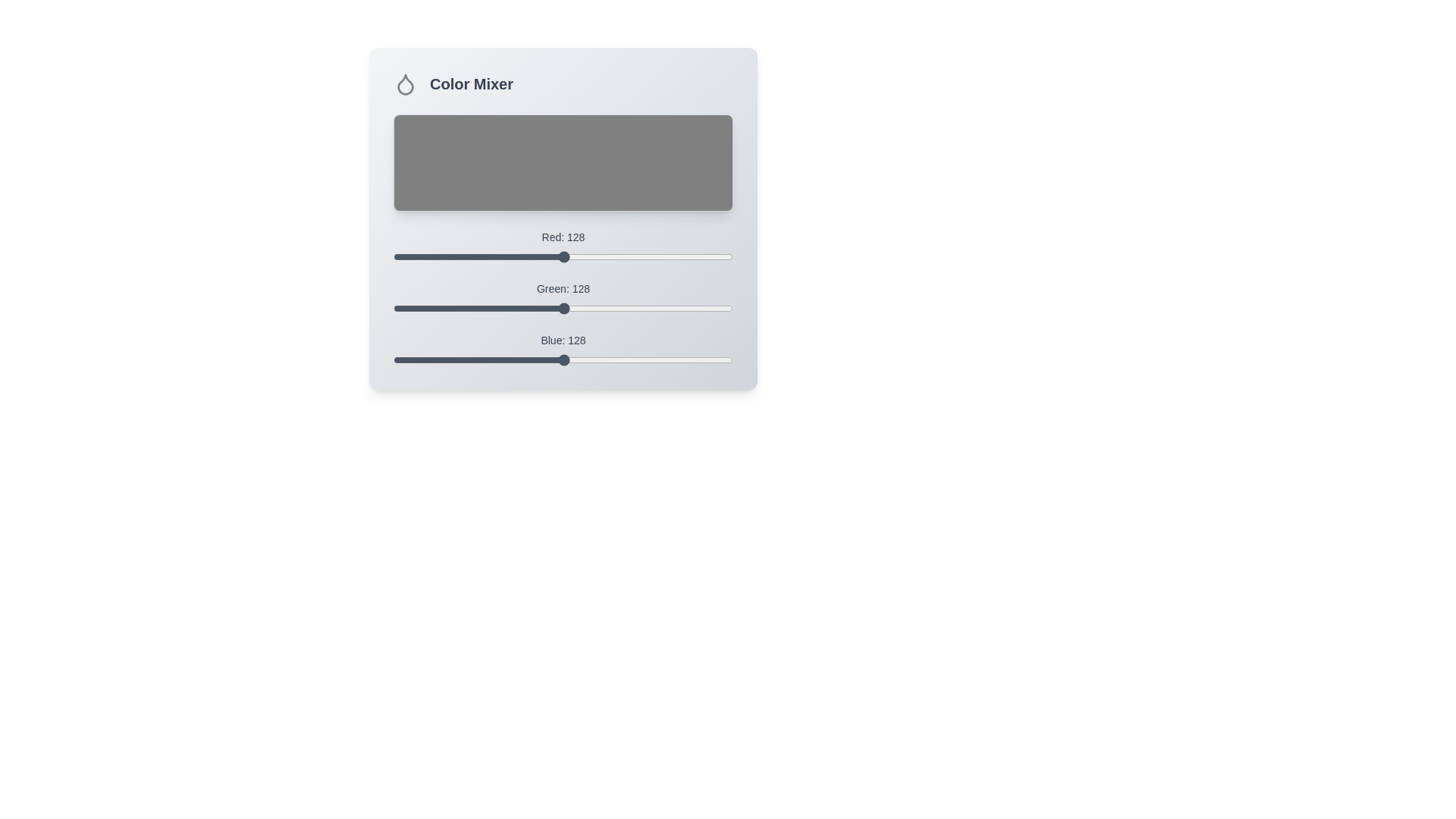 The width and height of the screenshot is (1456, 819). I want to click on the 0 slider to 219, so click(684, 250).